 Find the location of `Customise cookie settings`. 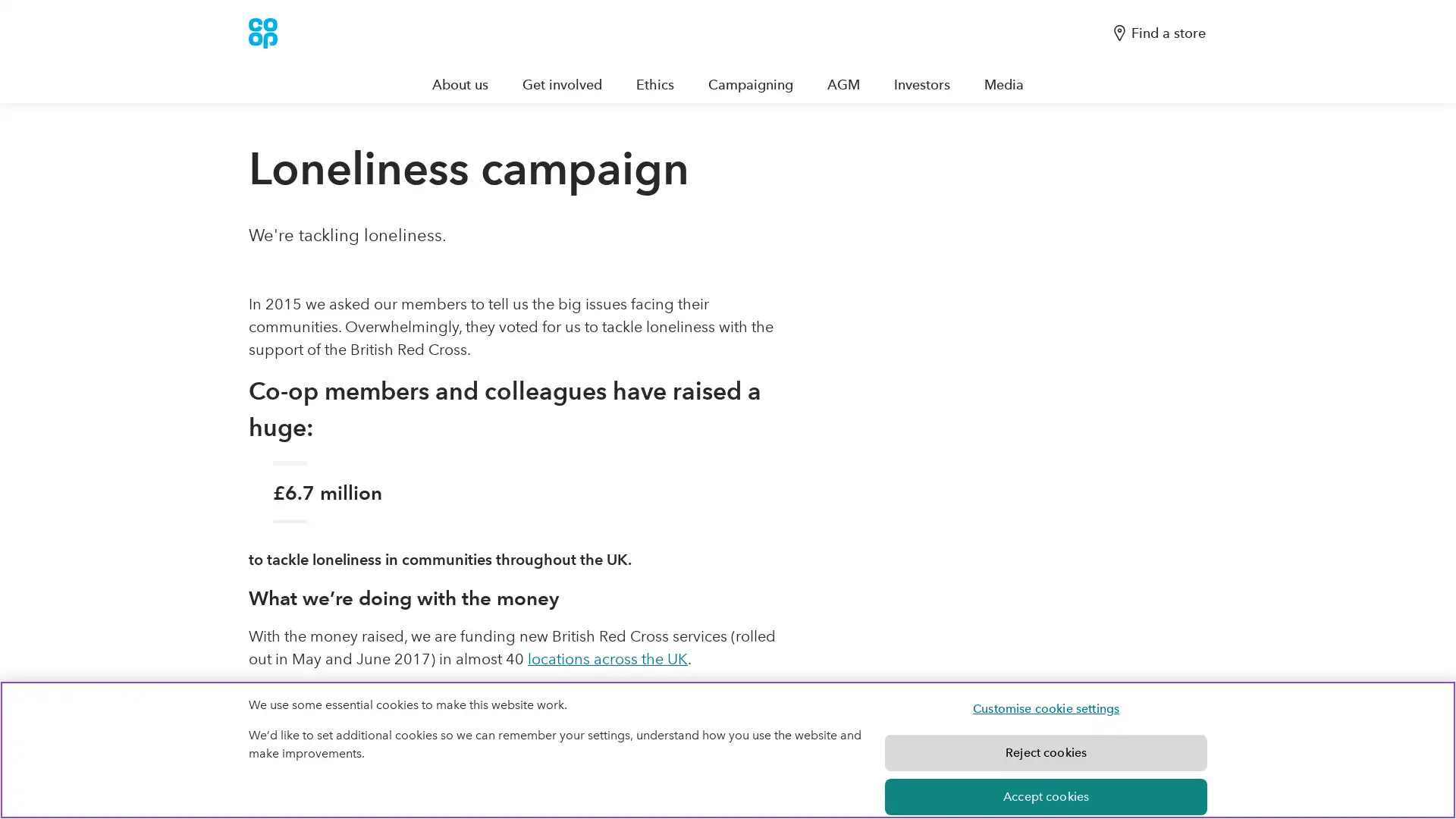

Customise cookie settings is located at coordinates (1044, 708).